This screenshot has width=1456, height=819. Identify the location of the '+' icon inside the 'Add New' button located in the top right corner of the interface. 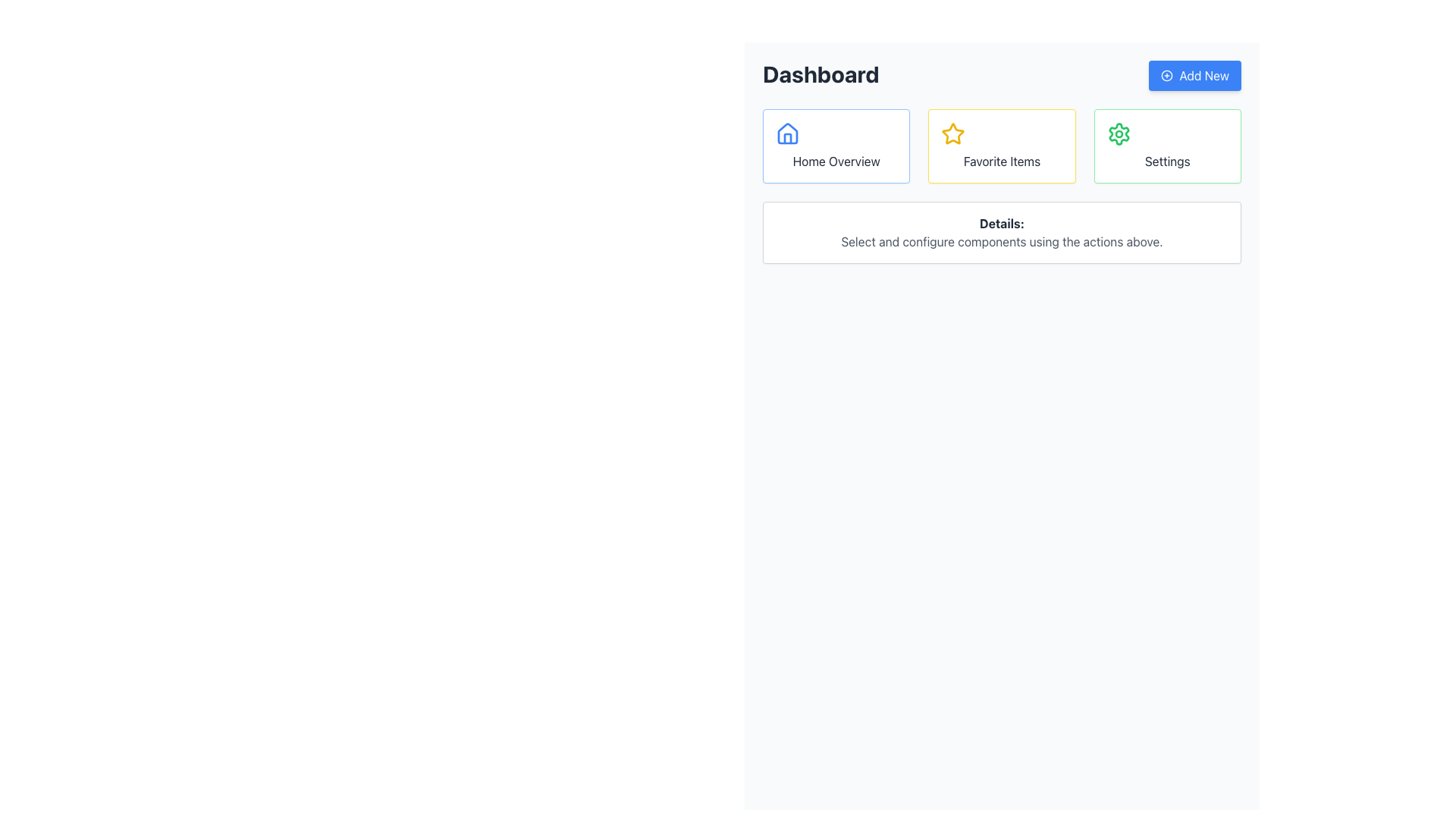
(1166, 76).